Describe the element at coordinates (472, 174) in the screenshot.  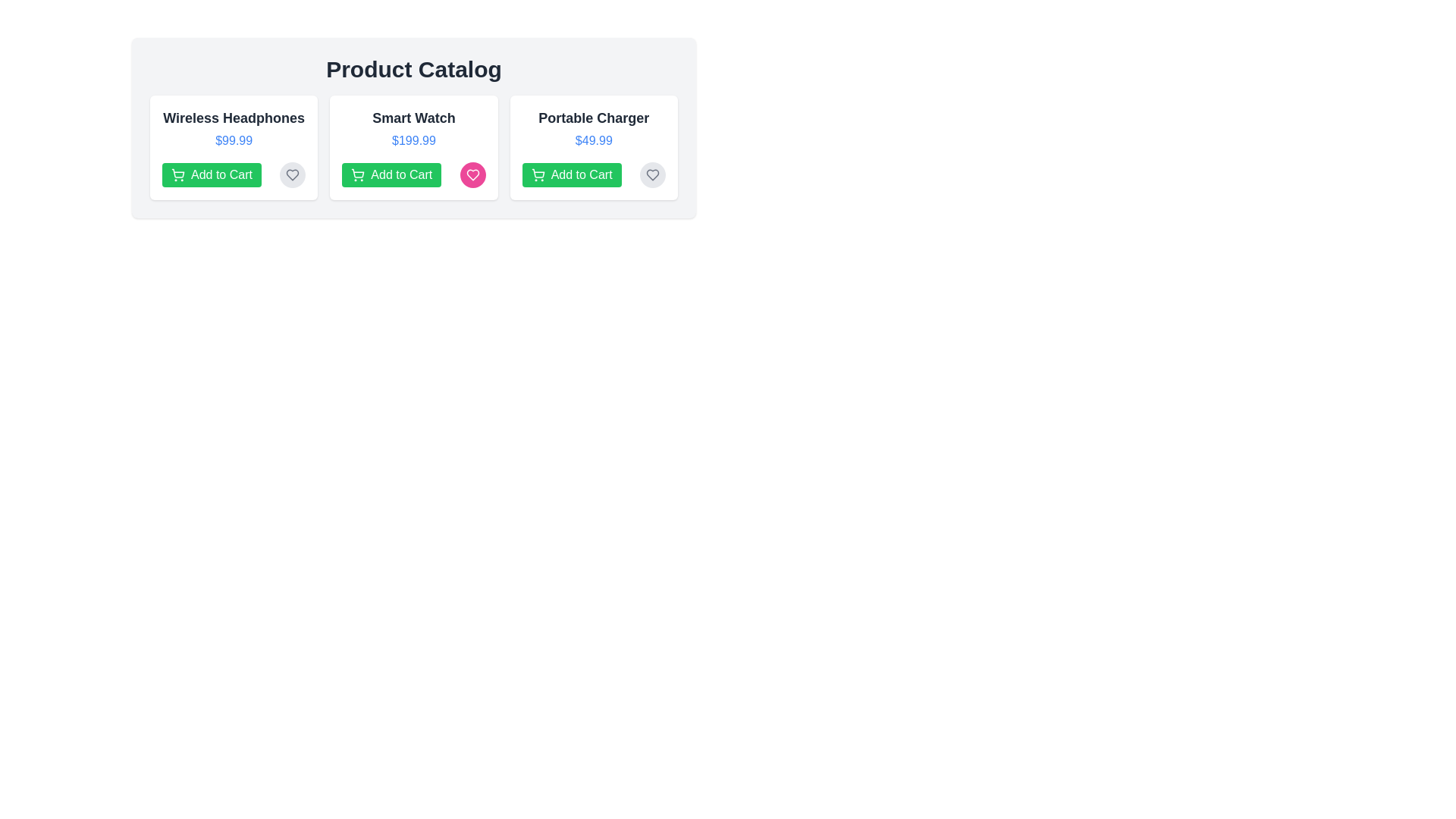
I see `favorite button for the product Smart Watch` at that location.